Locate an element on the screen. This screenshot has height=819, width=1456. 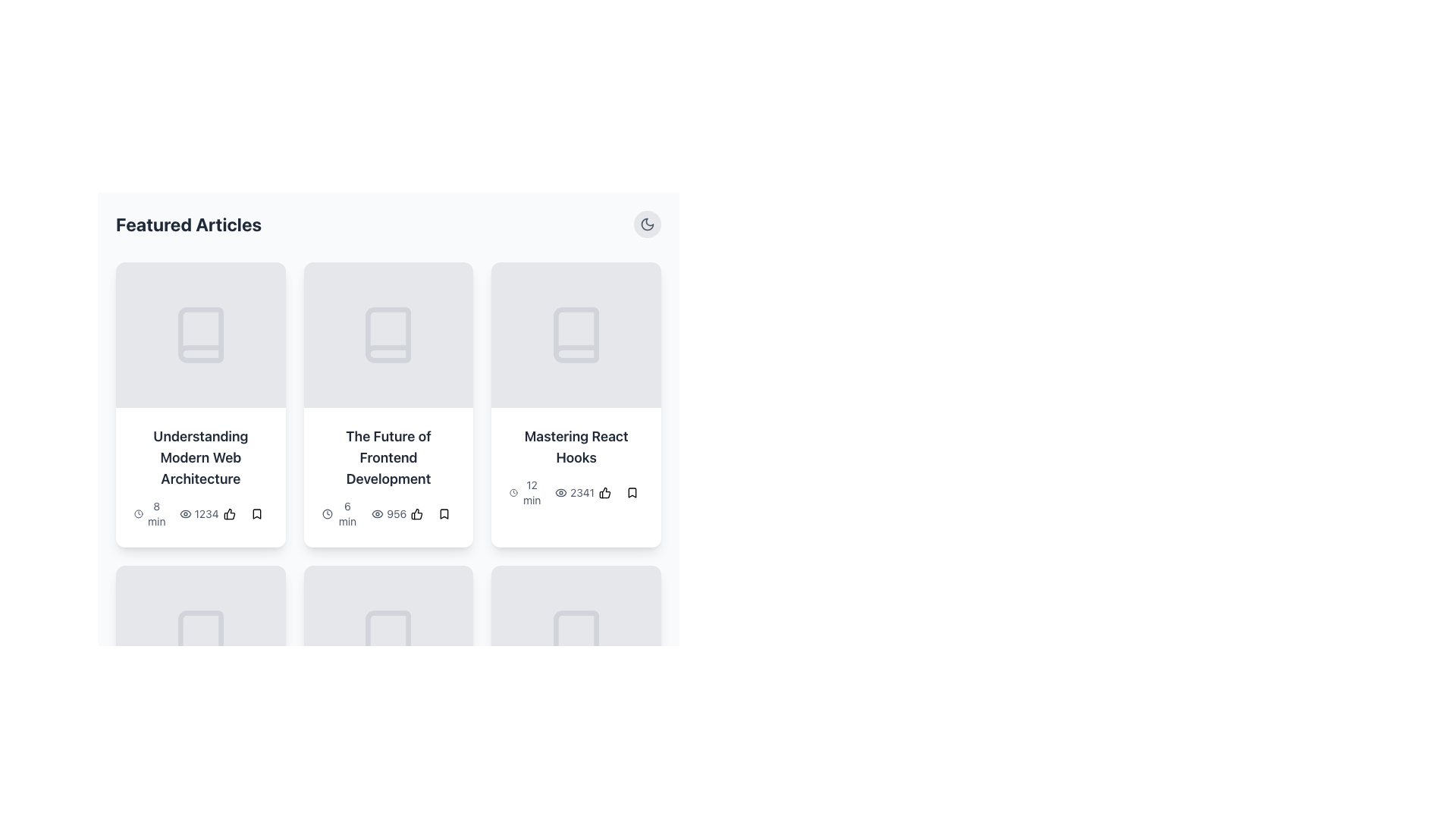
metadata display row containing the text '12 min' and the eye icon with the number '2341', located at the bottom section of the card titled 'Mastering React Hooks' is located at coordinates (576, 493).